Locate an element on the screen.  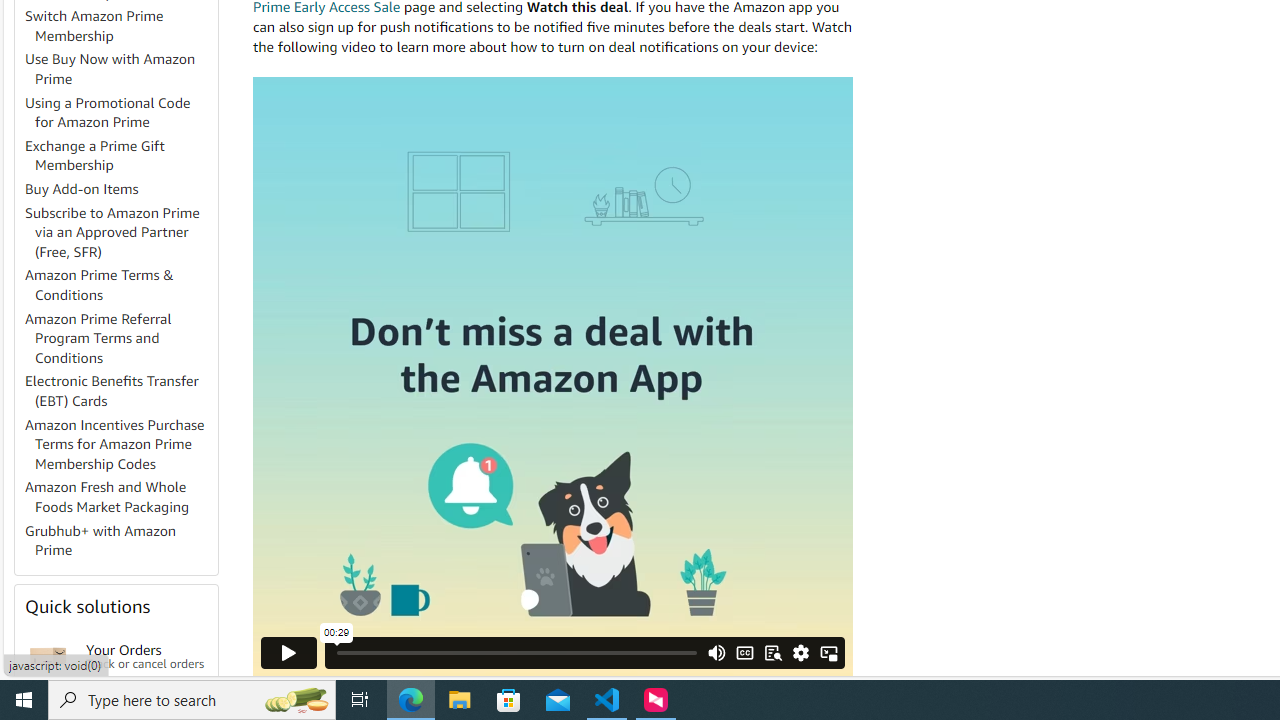
'Amazon Prime Referral Program Terms and Conditions' is located at coordinates (97, 337).